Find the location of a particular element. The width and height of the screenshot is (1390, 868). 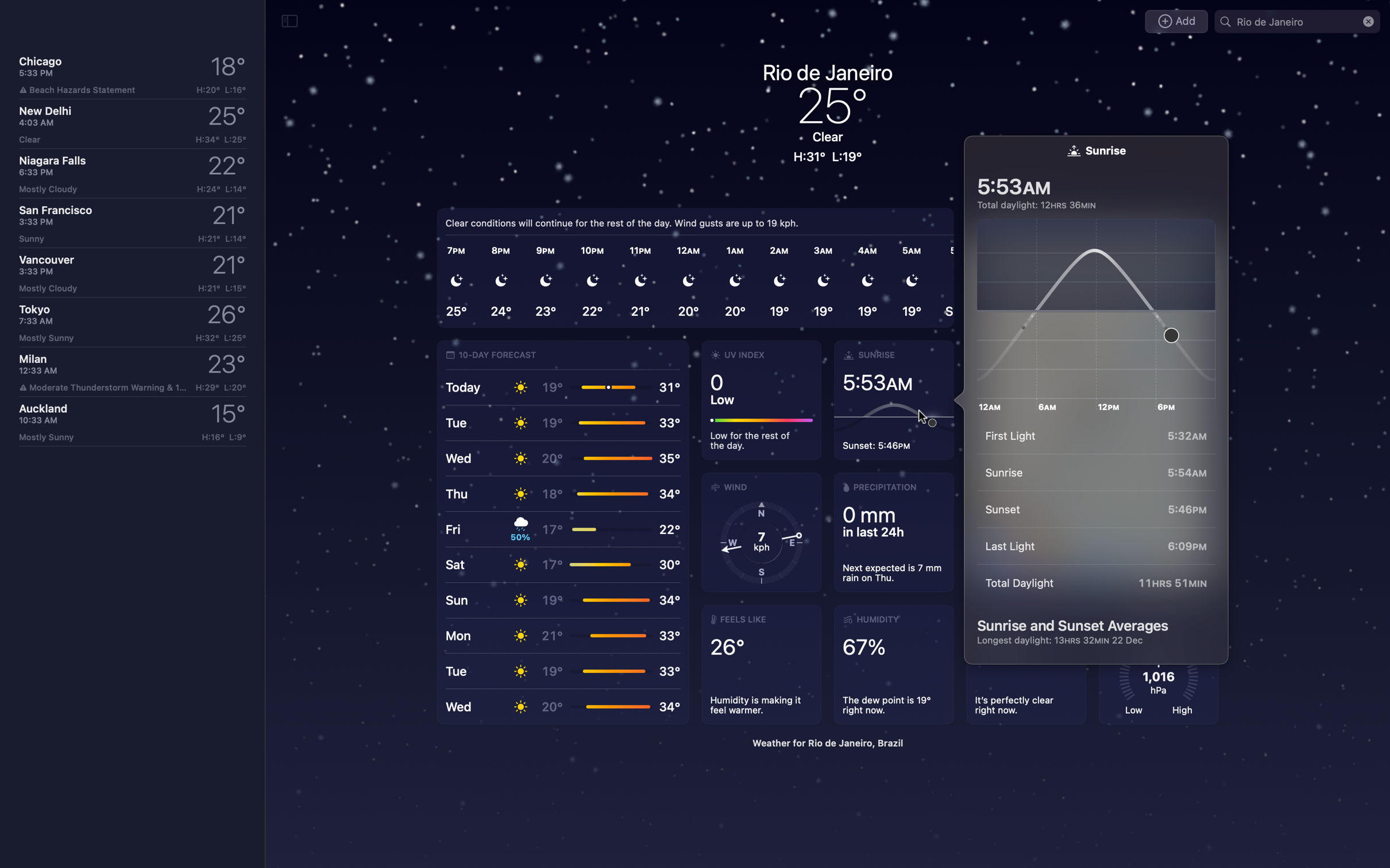

Explore more about precipitation is located at coordinates (892, 532).